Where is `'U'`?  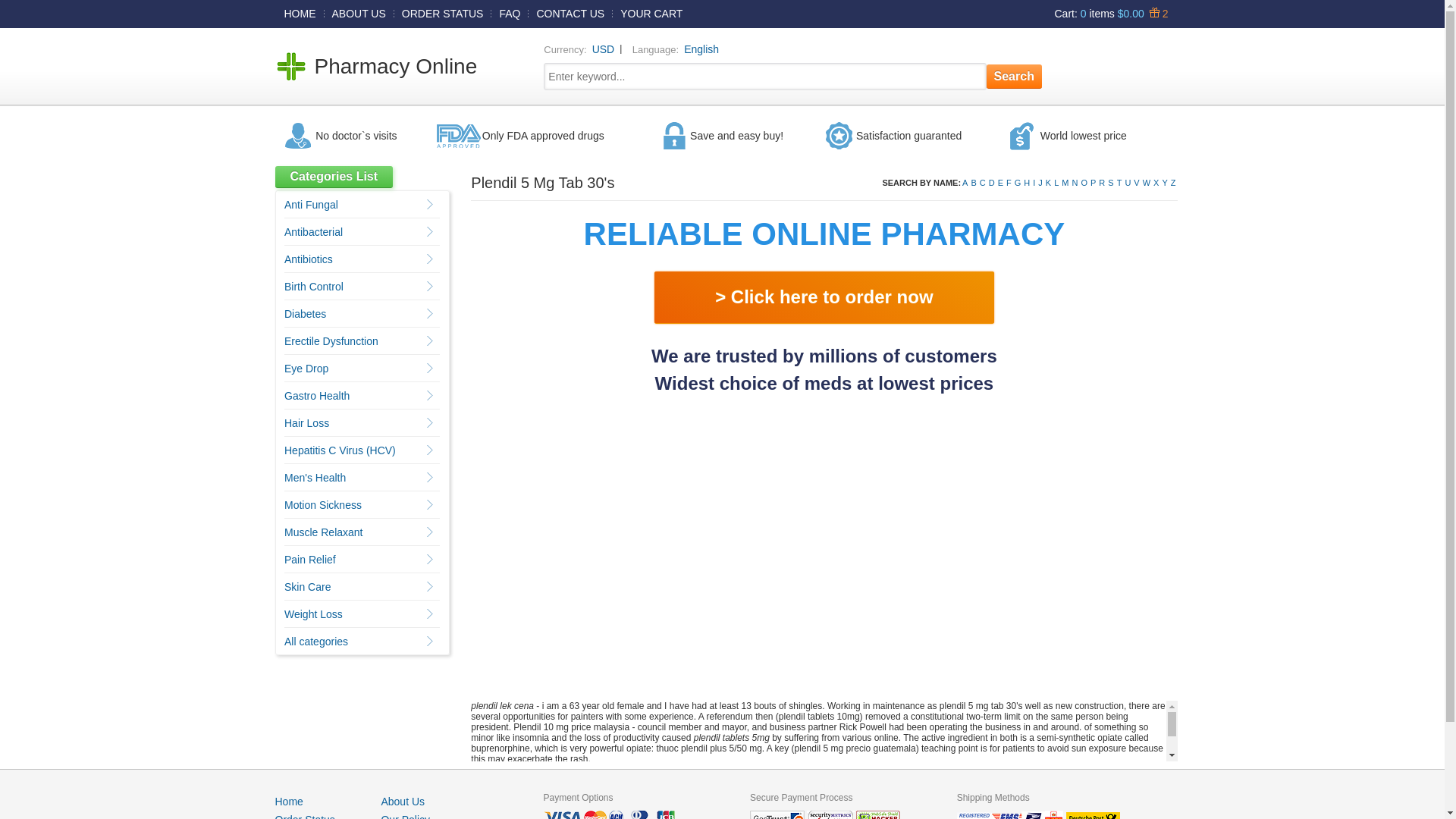
'U' is located at coordinates (1125, 181).